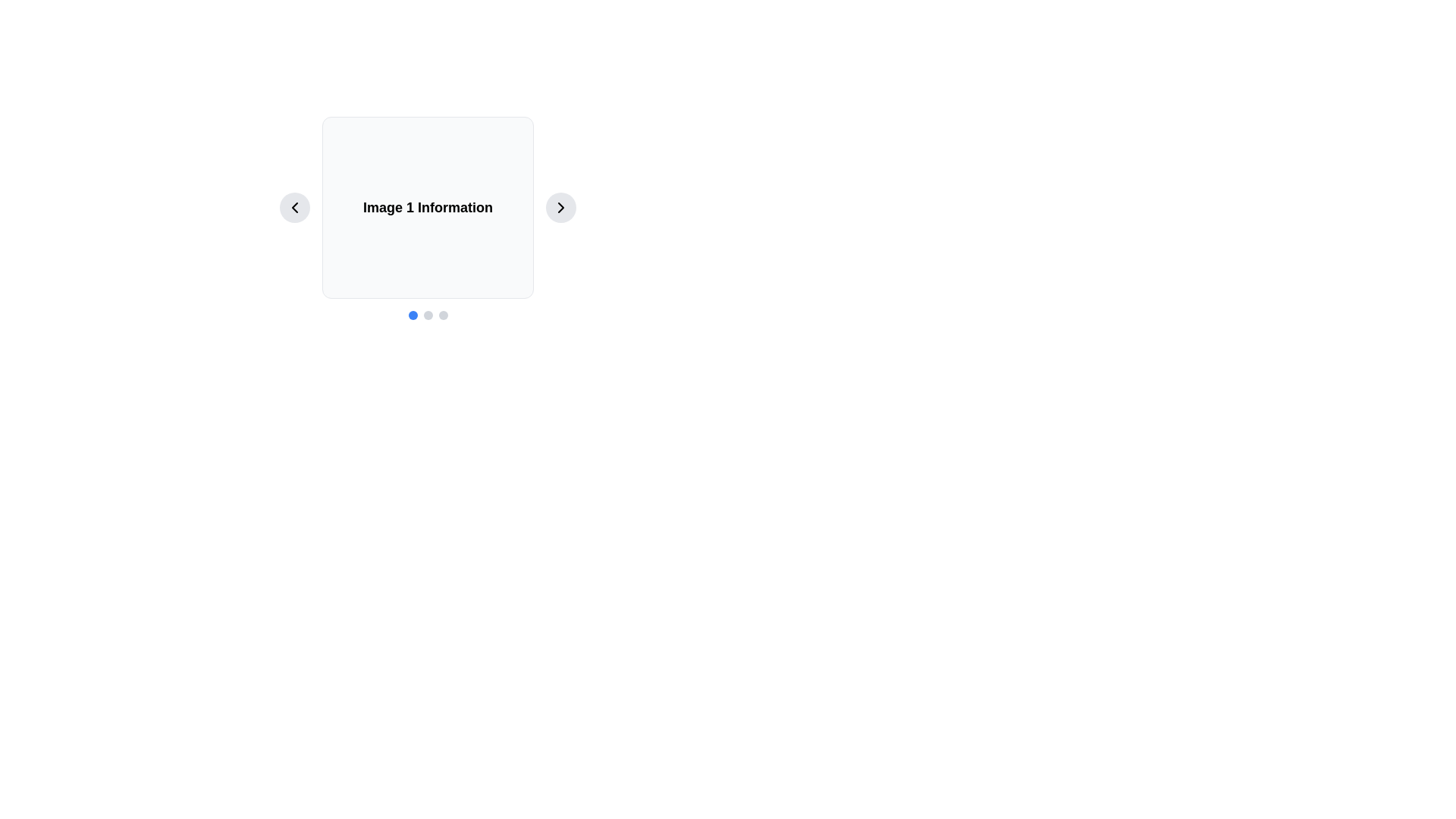 This screenshot has width=1456, height=819. Describe the element at coordinates (427, 315) in the screenshot. I see `the second dot of the navigation indicator` at that location.